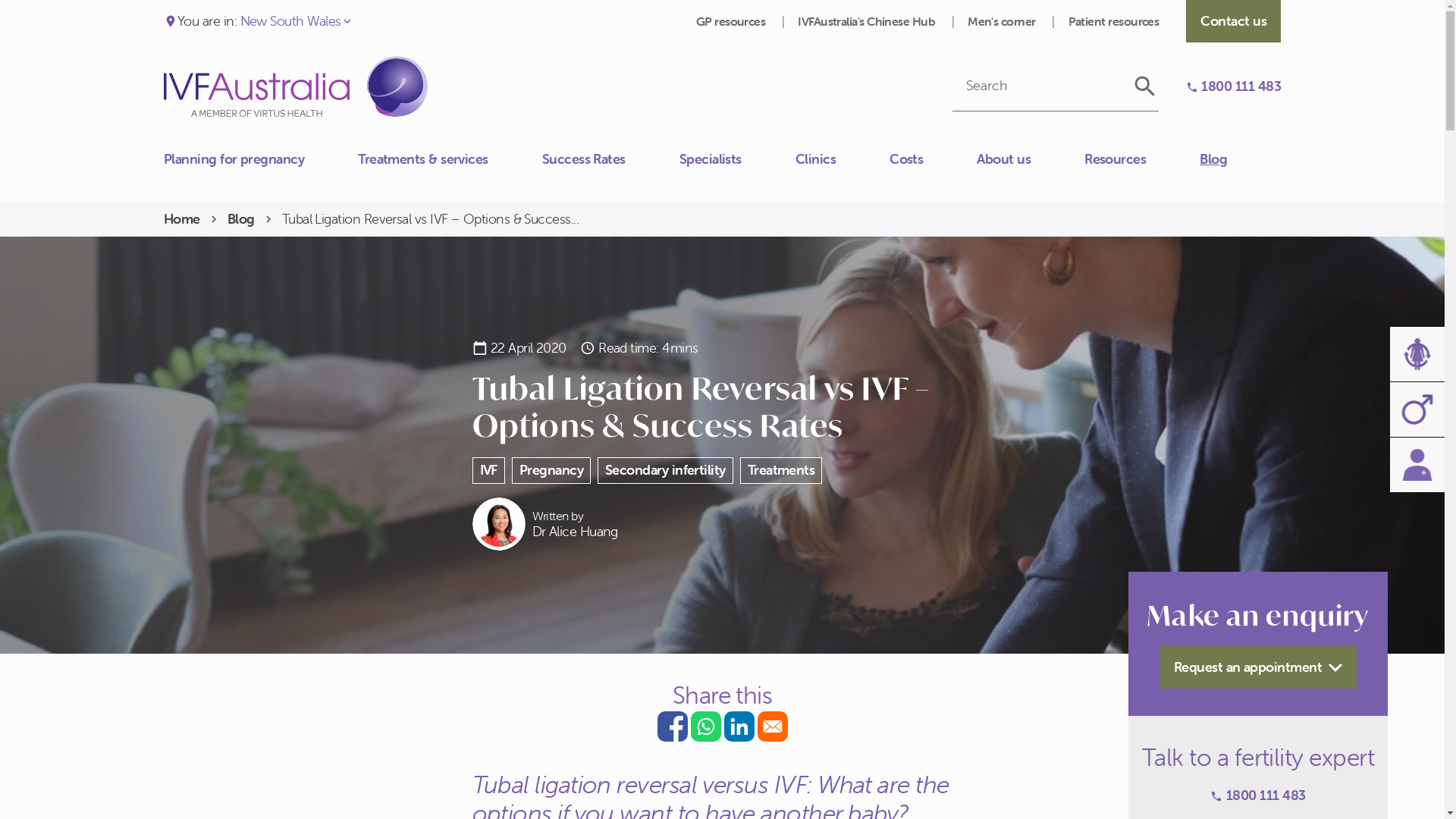  What do you see at coordinates (1113, 20) in the screenshot?
I see `'Patient resources'` at bounding box center [1113, 20].